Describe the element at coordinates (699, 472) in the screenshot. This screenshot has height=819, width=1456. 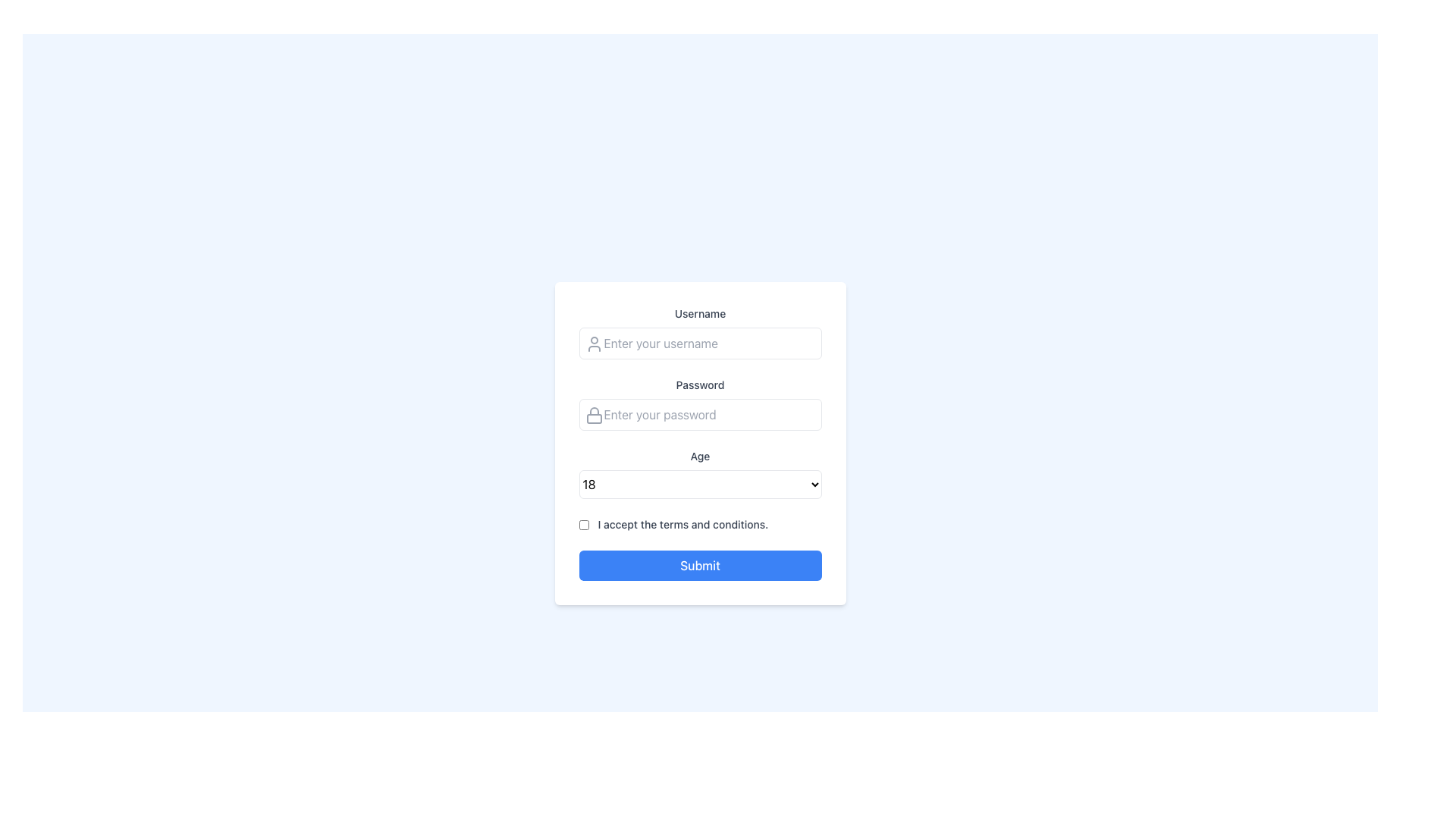
I see `a value from the 'Age' dropdown menu located below the 'Password' field on the form` at that location.